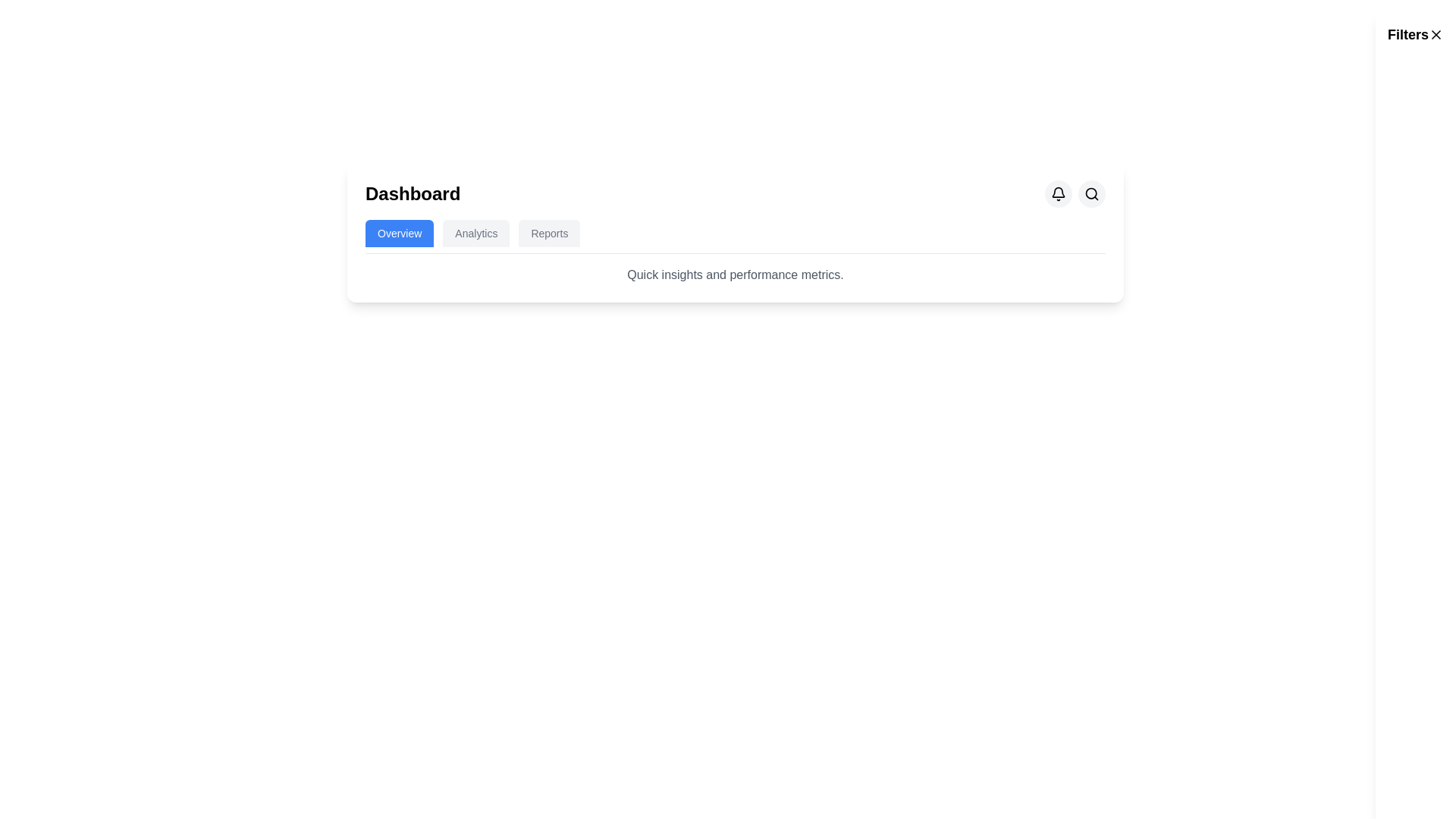 The image size is (1456, 819). What do you see at coordinates (1415, 34) in the screenshot?
I see `text of the 'Filters' header label element, which is located at the top-right side of the sidebar and displays the word 'Filters' in large, bold font next to a closing '×' symbol` at bounding box center [1415, 34].